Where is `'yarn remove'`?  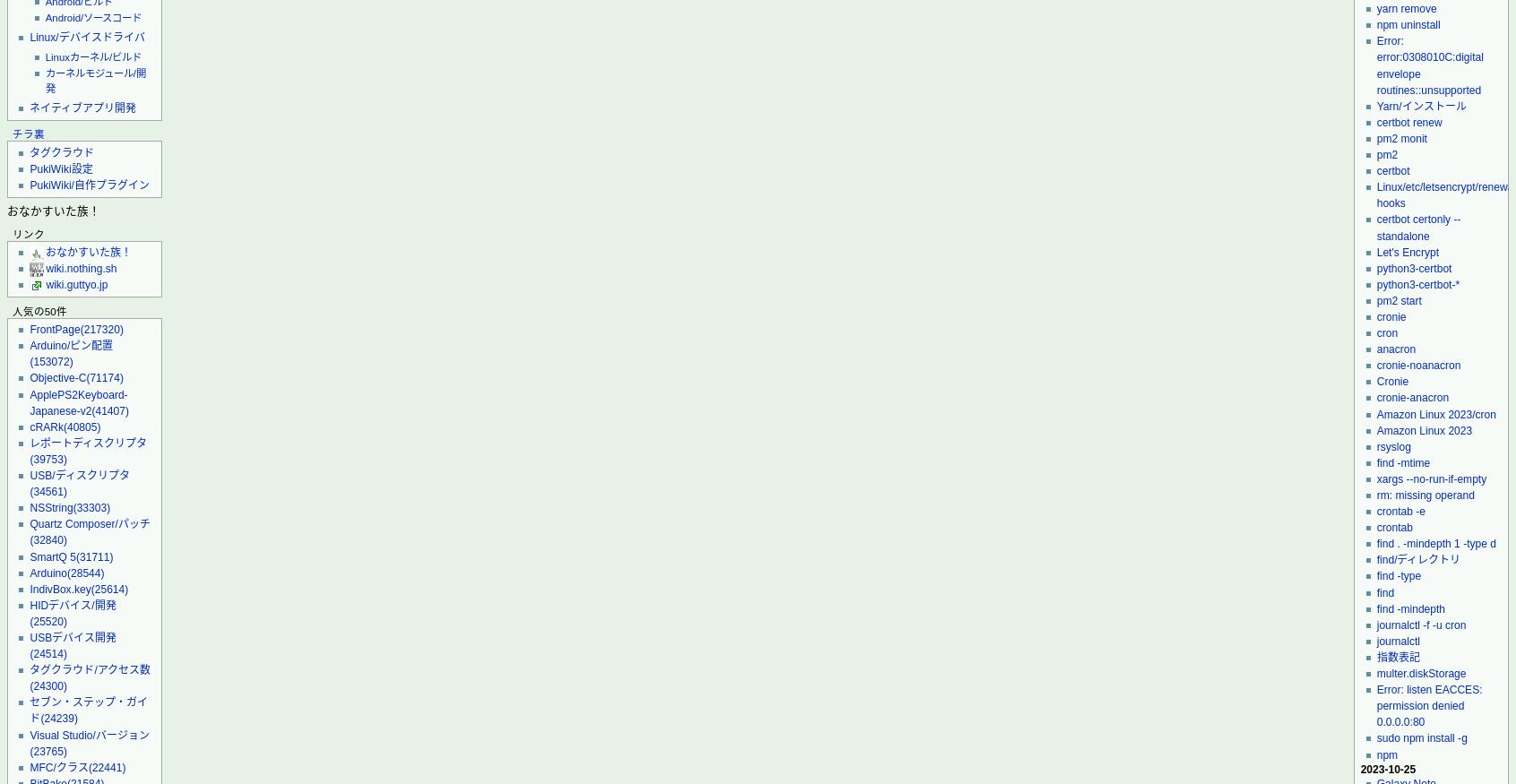
'yarn remove' is located at coordinates (1375, 7).